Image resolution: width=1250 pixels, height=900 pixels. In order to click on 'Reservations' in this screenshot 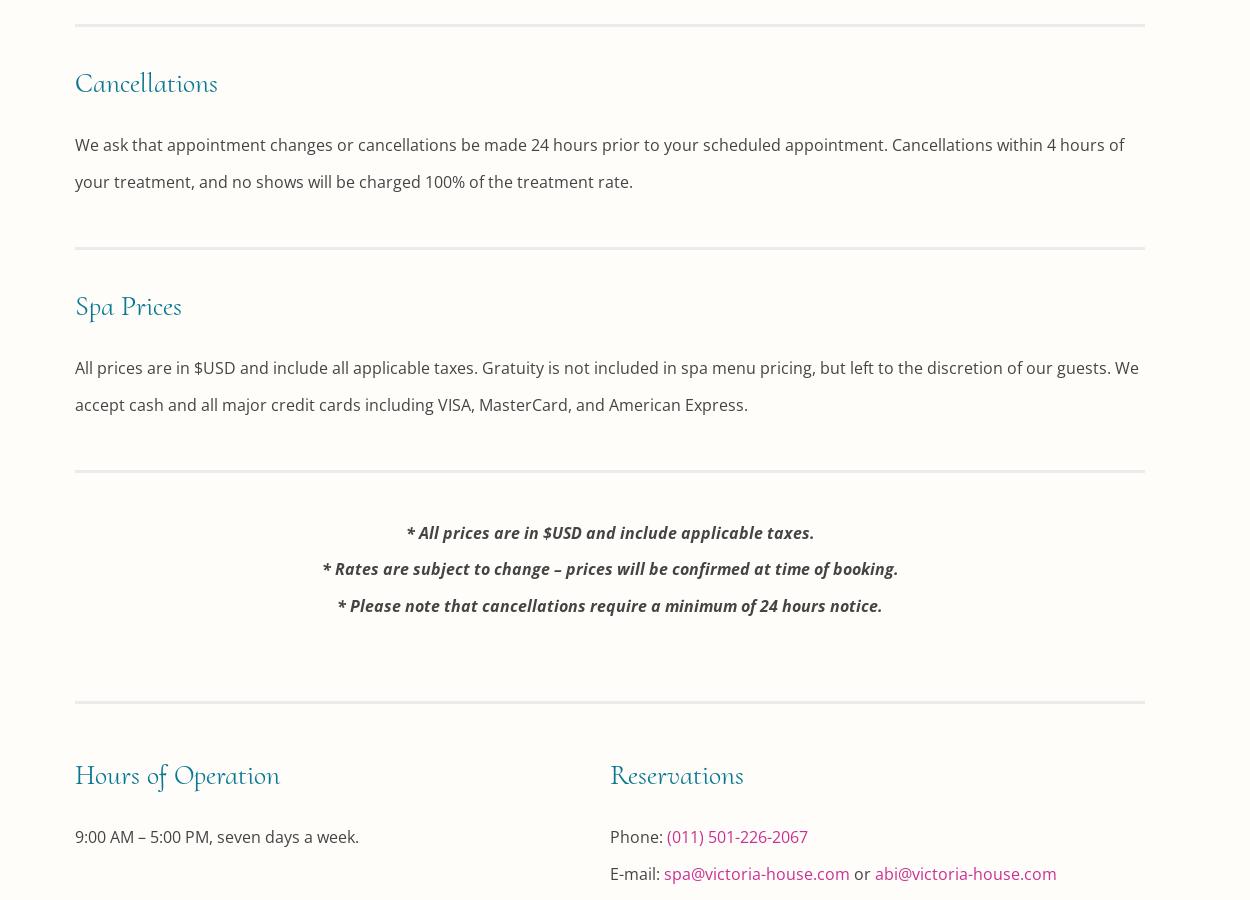, I will do `click(677, 773)`.